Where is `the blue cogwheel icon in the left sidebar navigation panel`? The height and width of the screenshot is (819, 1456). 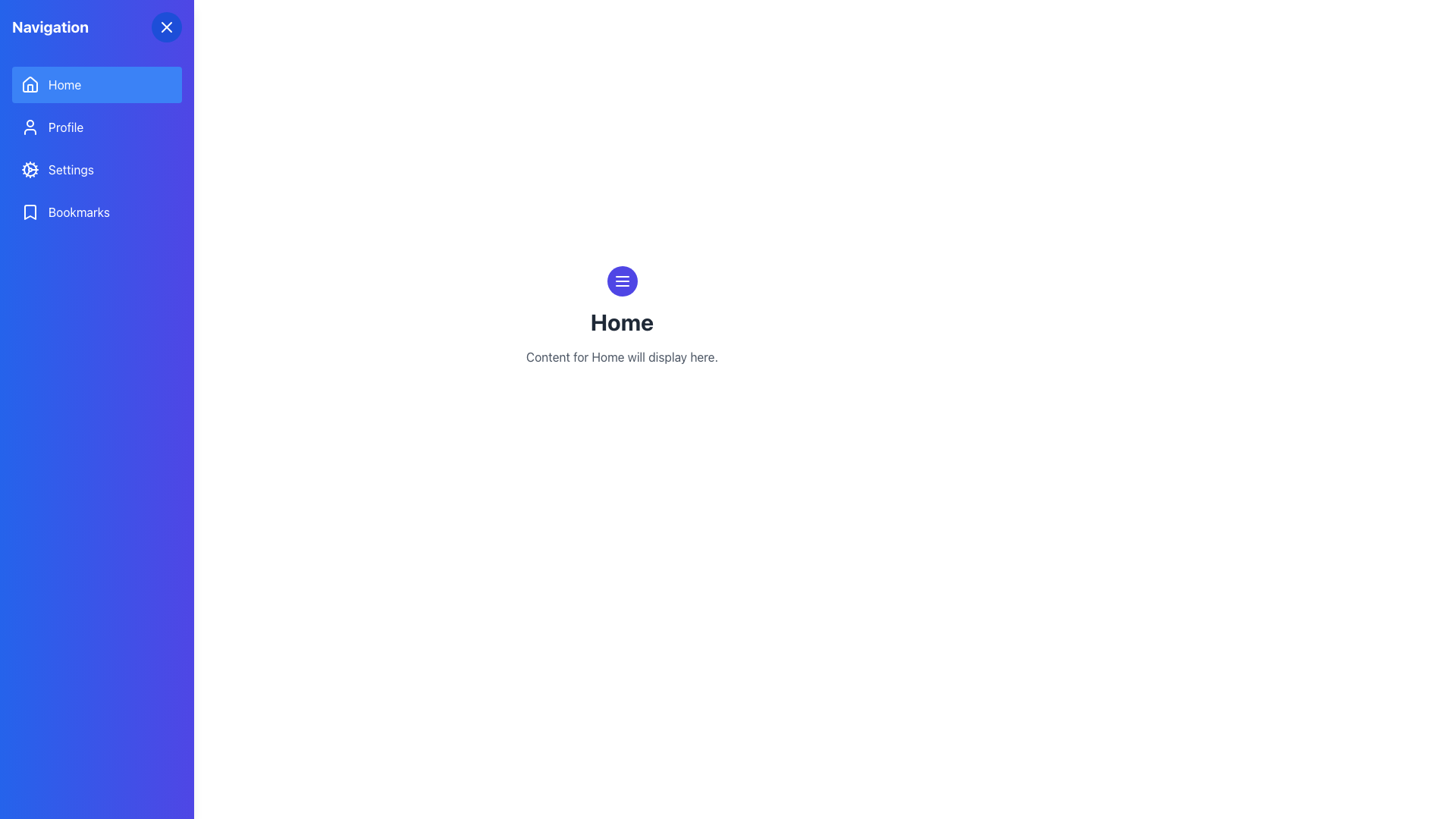 the blue cogwheel icon in the left sidebar navigation panel is located at coordinates (30, 169).